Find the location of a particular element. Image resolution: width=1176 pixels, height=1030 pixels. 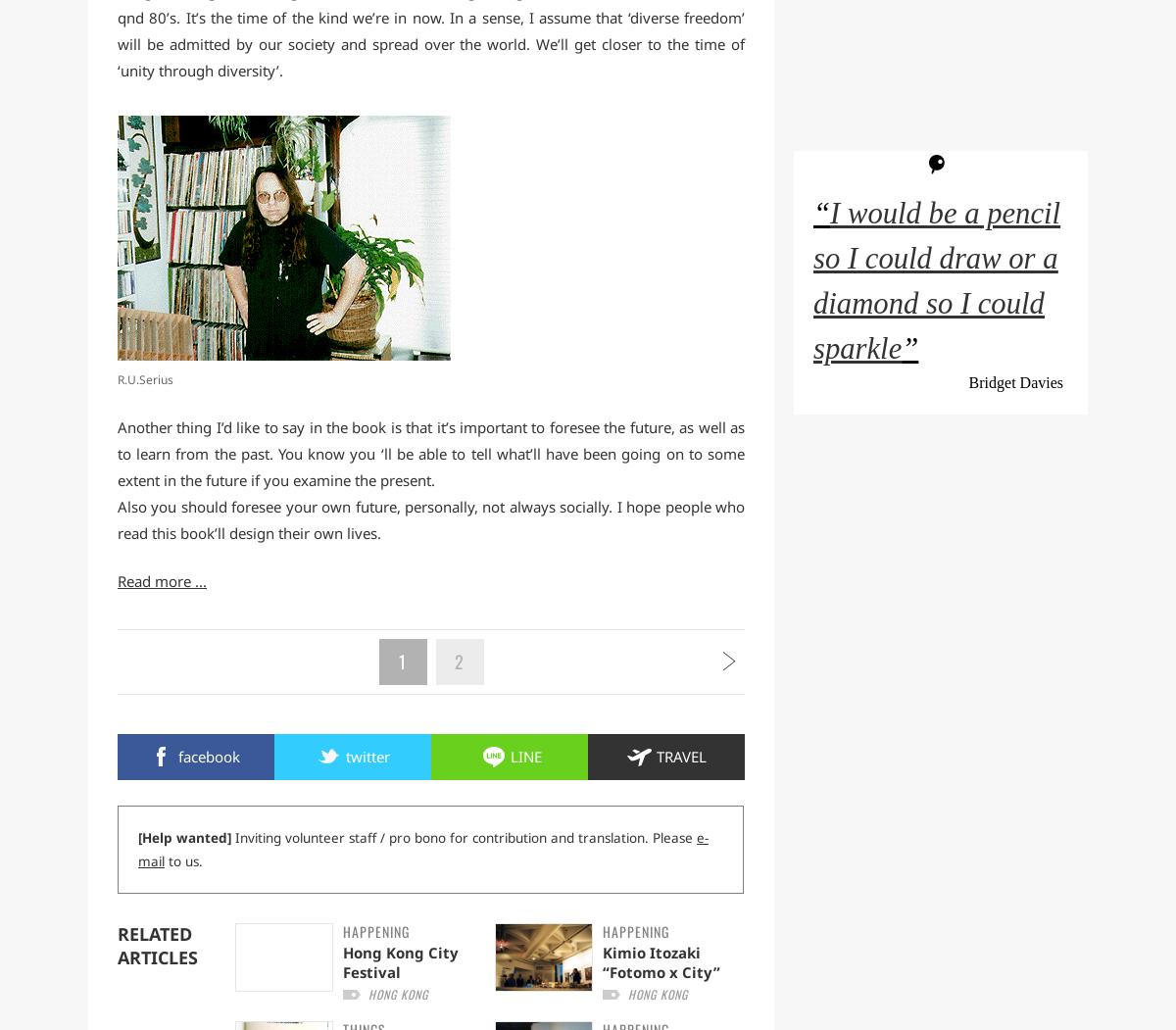

'Articles' is located at coordinates (157, 956).